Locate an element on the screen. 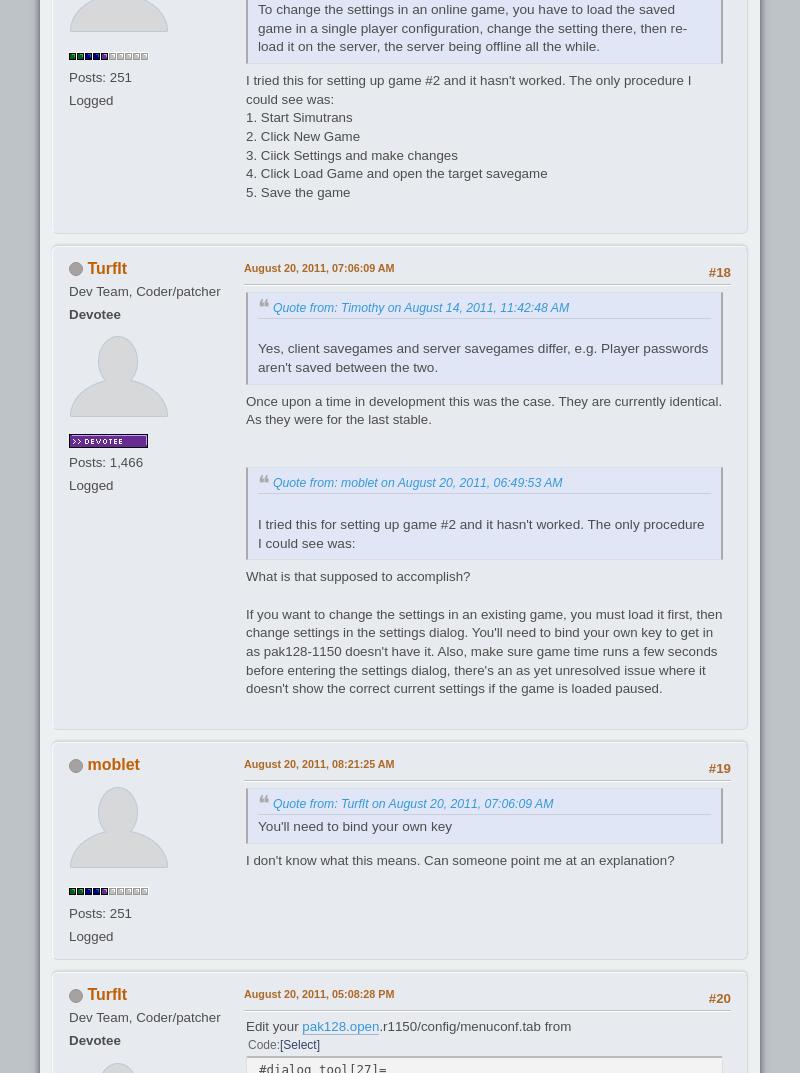  'Posts: 1,466' is located at coordinates (105, 462).